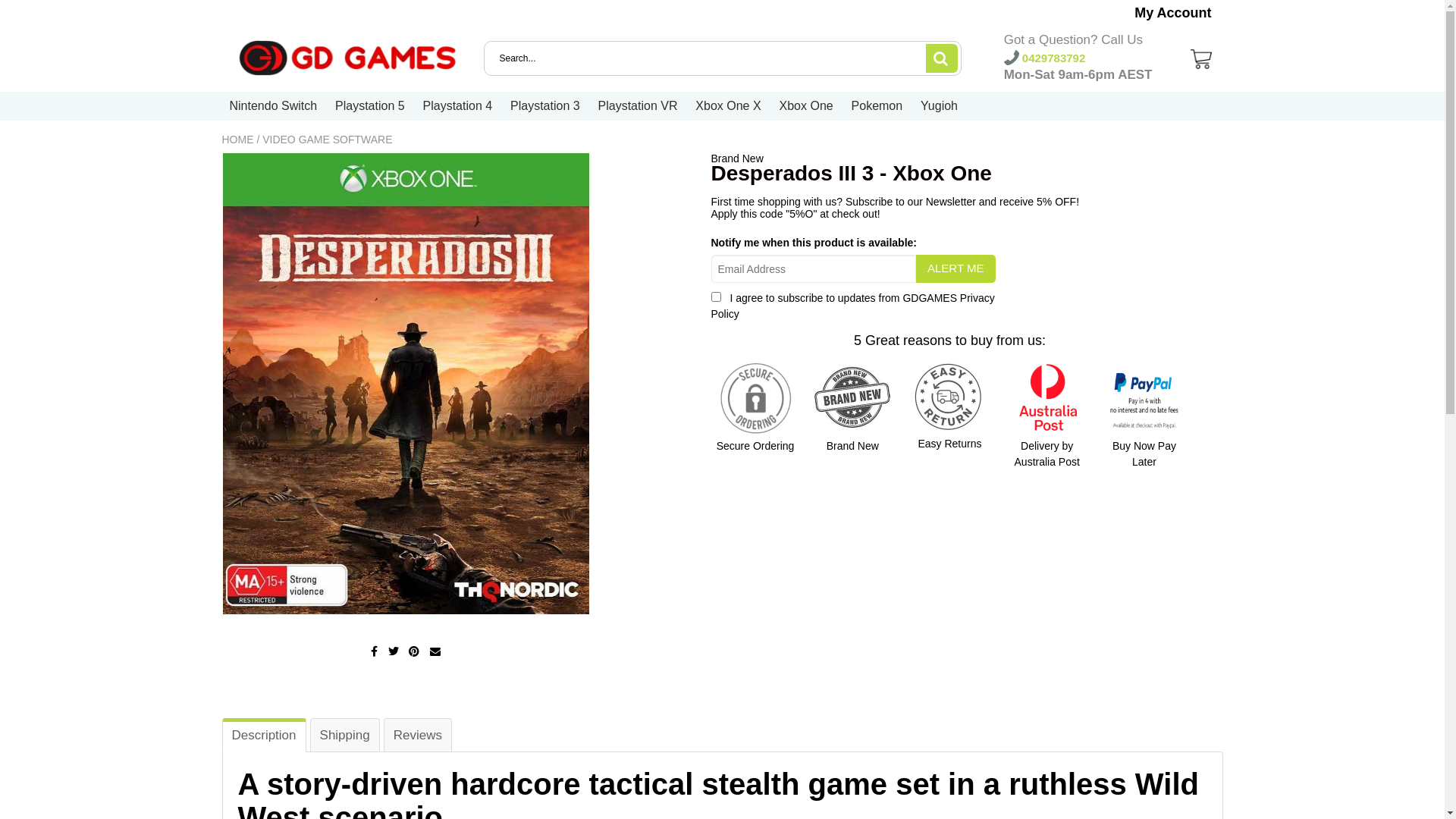 The image size is (1456, 819). Describe the element at coordinates (1043, 57) in the screenshot. I see `'0429783792'` at that location.